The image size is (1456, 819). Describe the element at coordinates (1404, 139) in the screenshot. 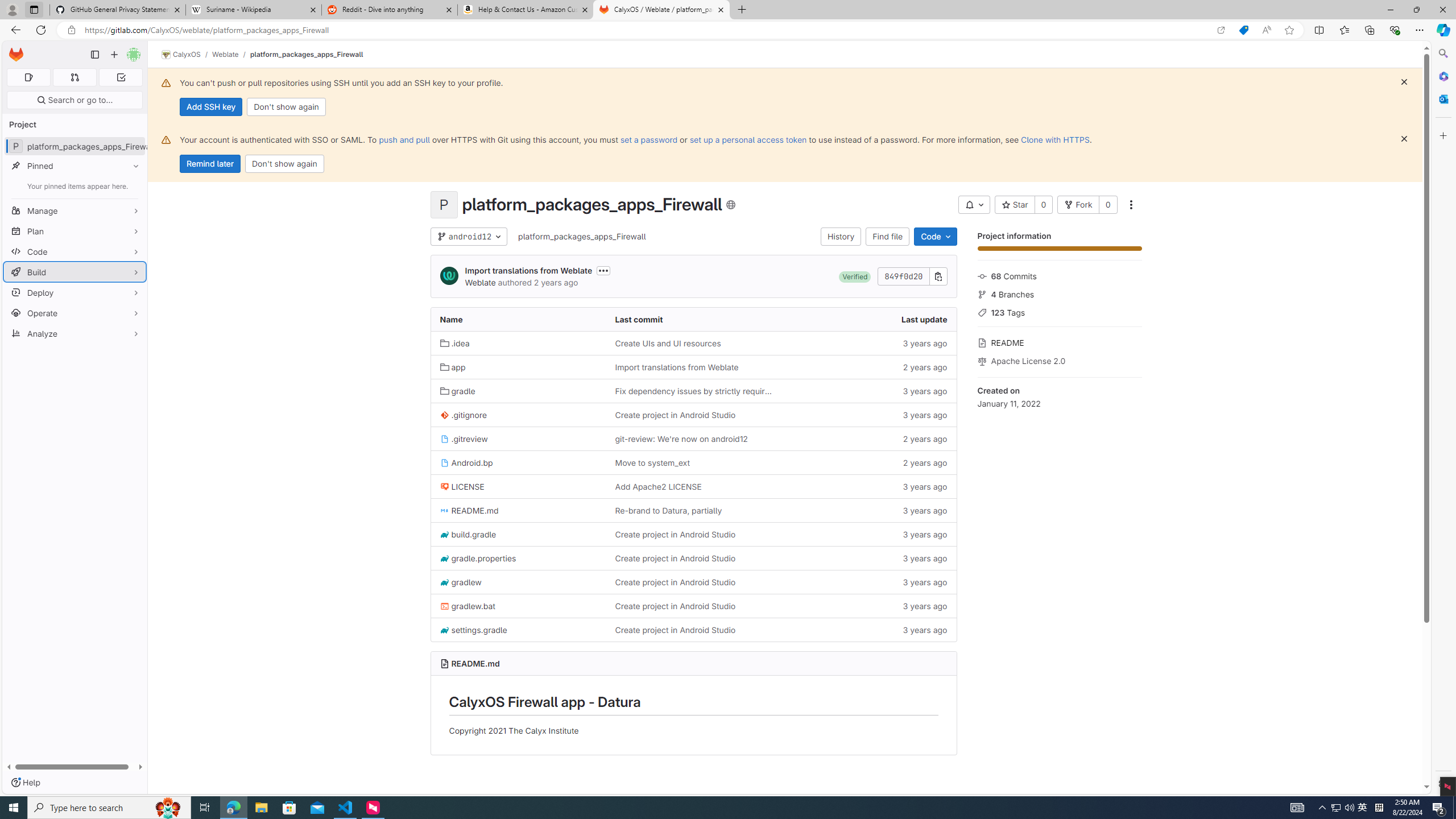

I see `'Dismiss'` at that location.